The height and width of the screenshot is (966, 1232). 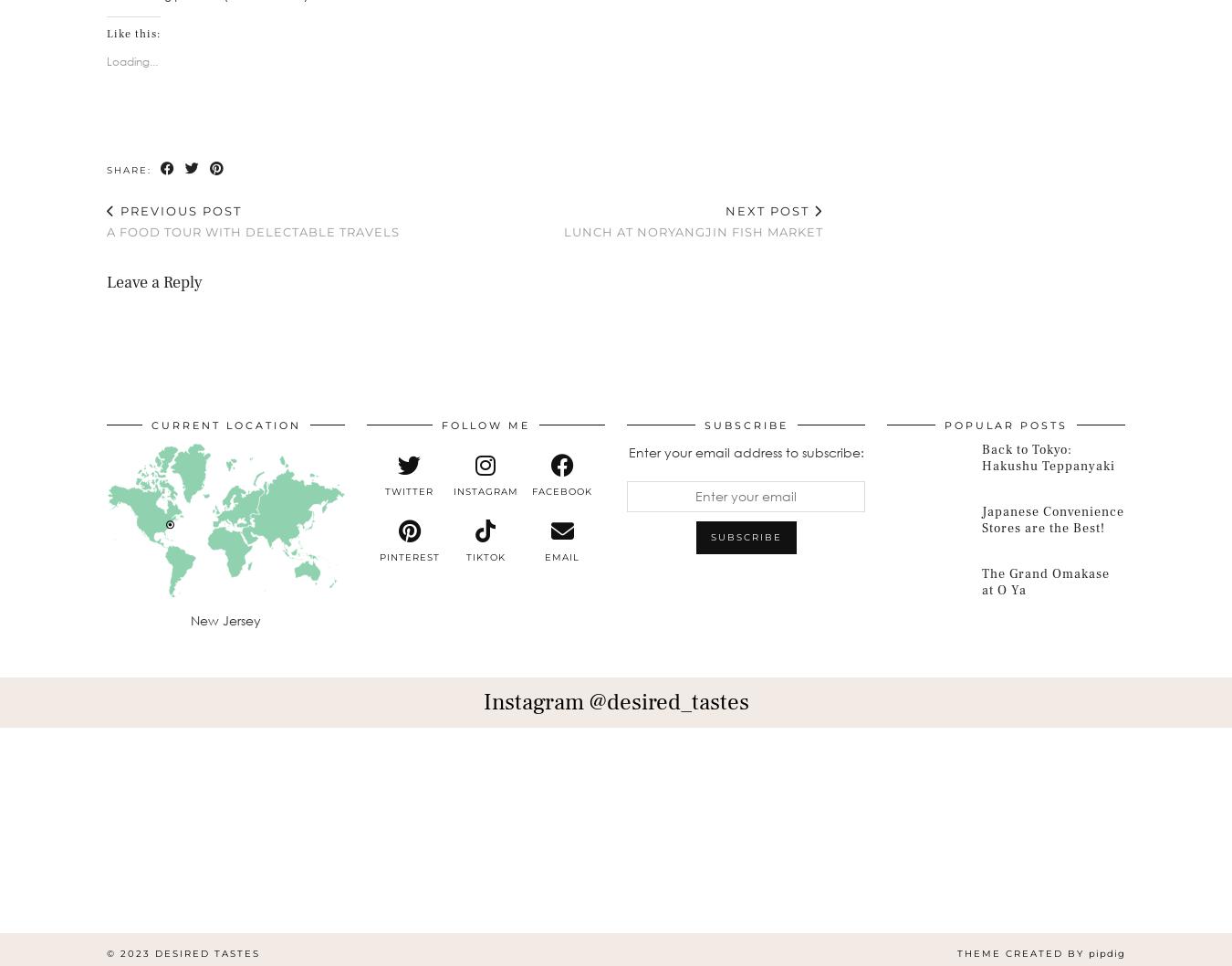 I want to click on 'The Grand Omakase at O Ya', so click(x=1045, y=581).